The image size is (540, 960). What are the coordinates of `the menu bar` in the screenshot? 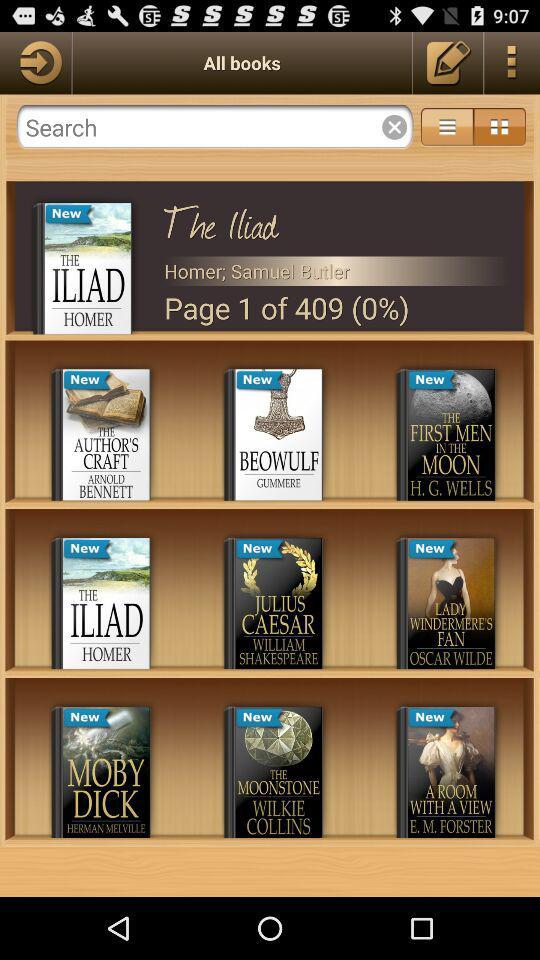 It's located at (498, 126).